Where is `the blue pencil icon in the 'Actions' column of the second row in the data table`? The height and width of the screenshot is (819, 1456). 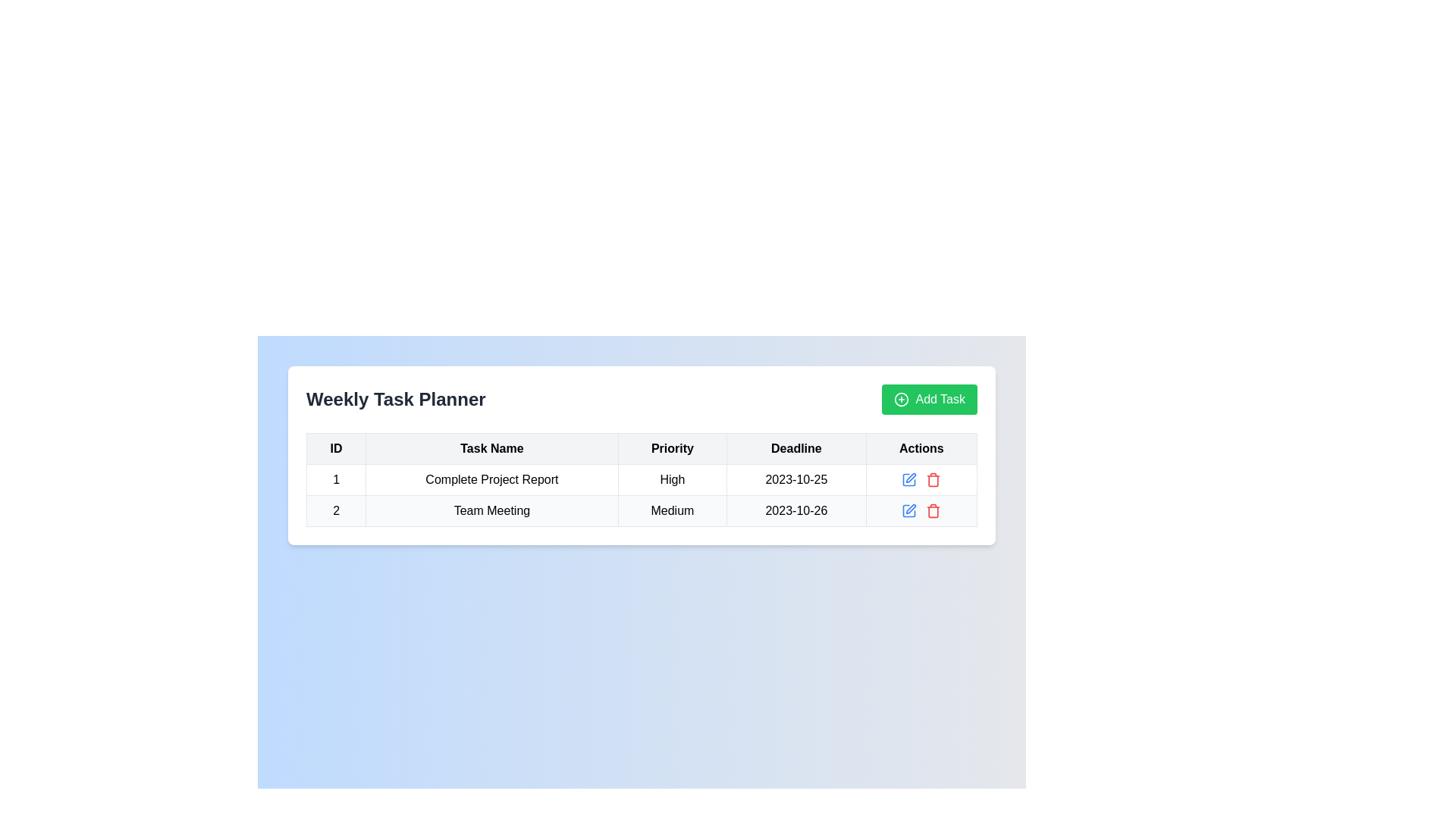 the blue pencil icon in the 'Actions' column of the second row in the data table is located at coordinates (909, 479).